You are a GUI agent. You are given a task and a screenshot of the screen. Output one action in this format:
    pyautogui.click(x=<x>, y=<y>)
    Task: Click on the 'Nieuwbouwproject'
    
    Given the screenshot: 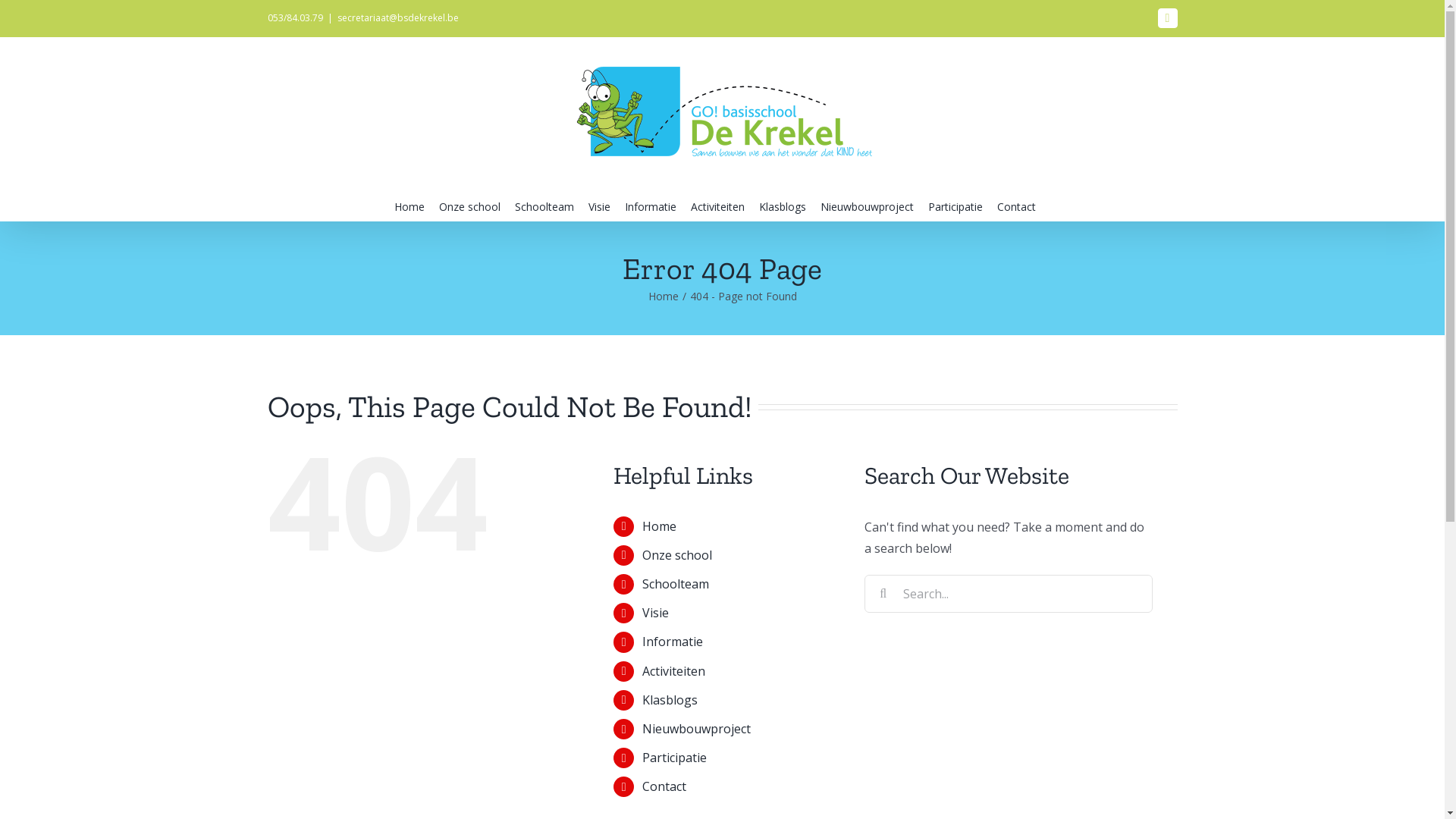 What is the action you would take?
    pyautogui.click(x=867, y=205)
    